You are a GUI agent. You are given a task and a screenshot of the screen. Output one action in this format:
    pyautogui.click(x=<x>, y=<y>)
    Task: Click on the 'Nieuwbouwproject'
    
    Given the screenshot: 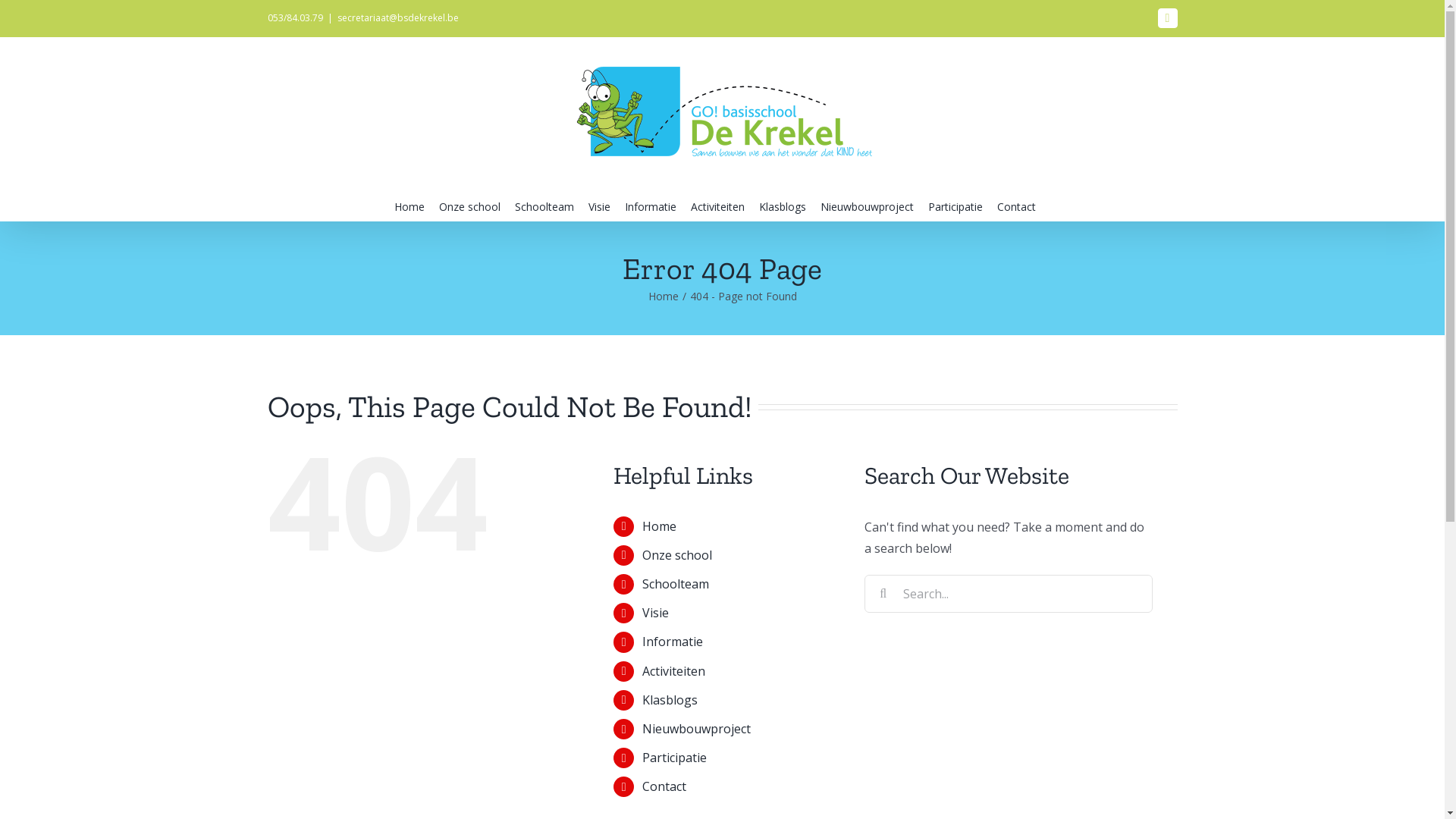 What is the action you would take?
    pyautogui.click(x=867, y=205)
    